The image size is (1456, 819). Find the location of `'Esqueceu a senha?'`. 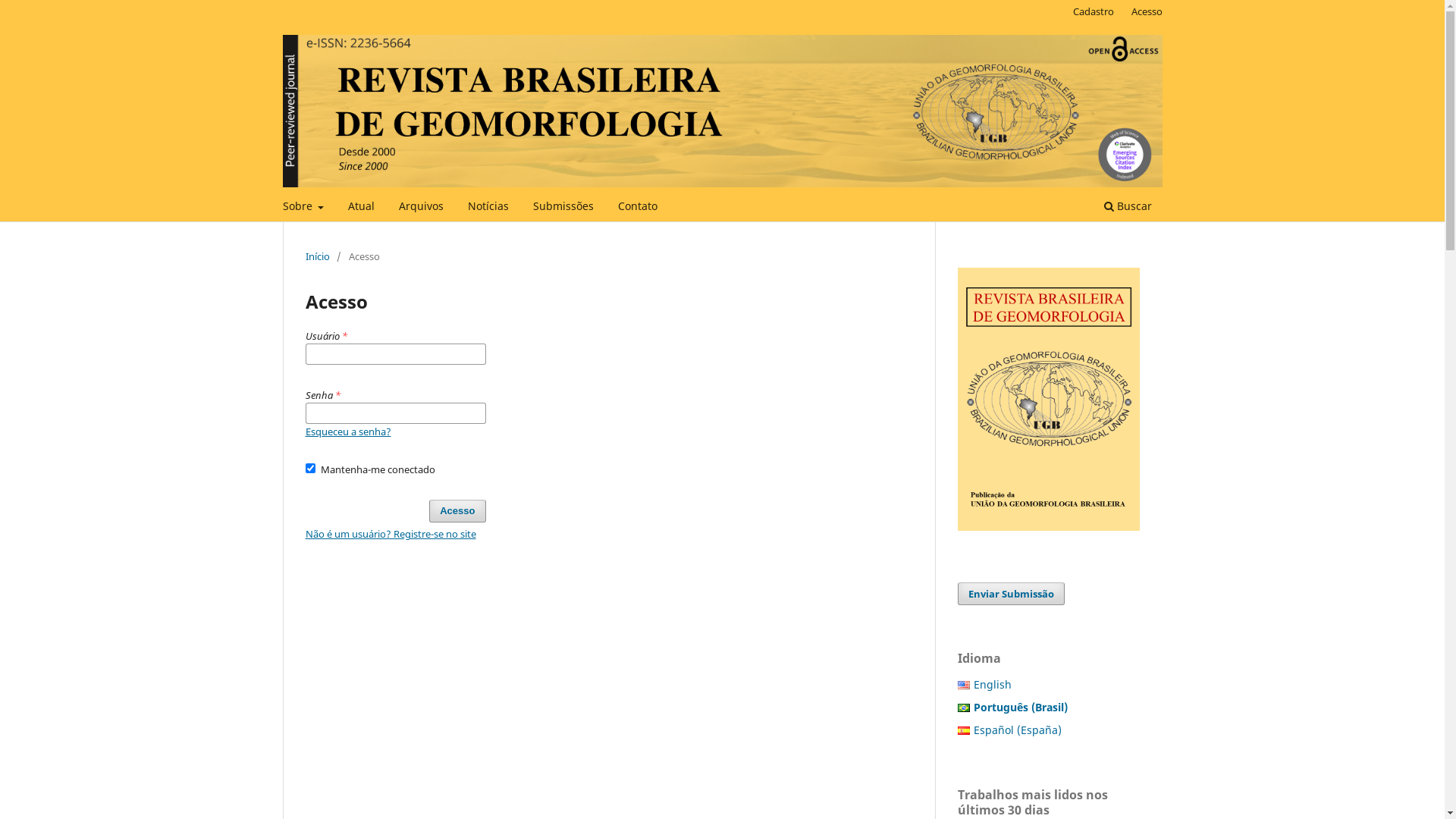

'Esqueceu a senha?' is located at coordinates (304, 431).